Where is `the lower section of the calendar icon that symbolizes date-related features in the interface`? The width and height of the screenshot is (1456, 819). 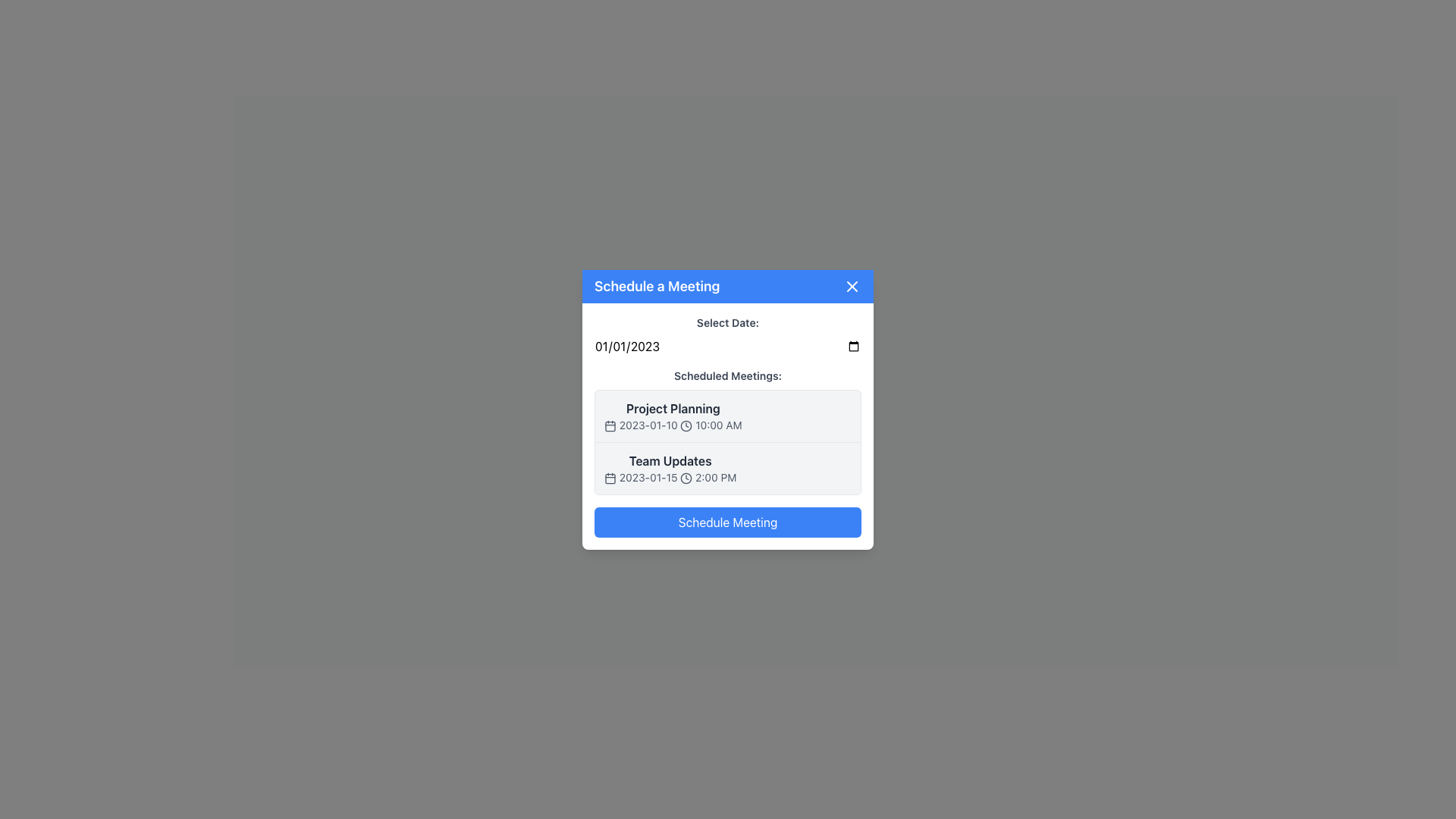 the lower section of the calendar icon that symbolizes date-related features in the interface is located at coordinates (610, 479).